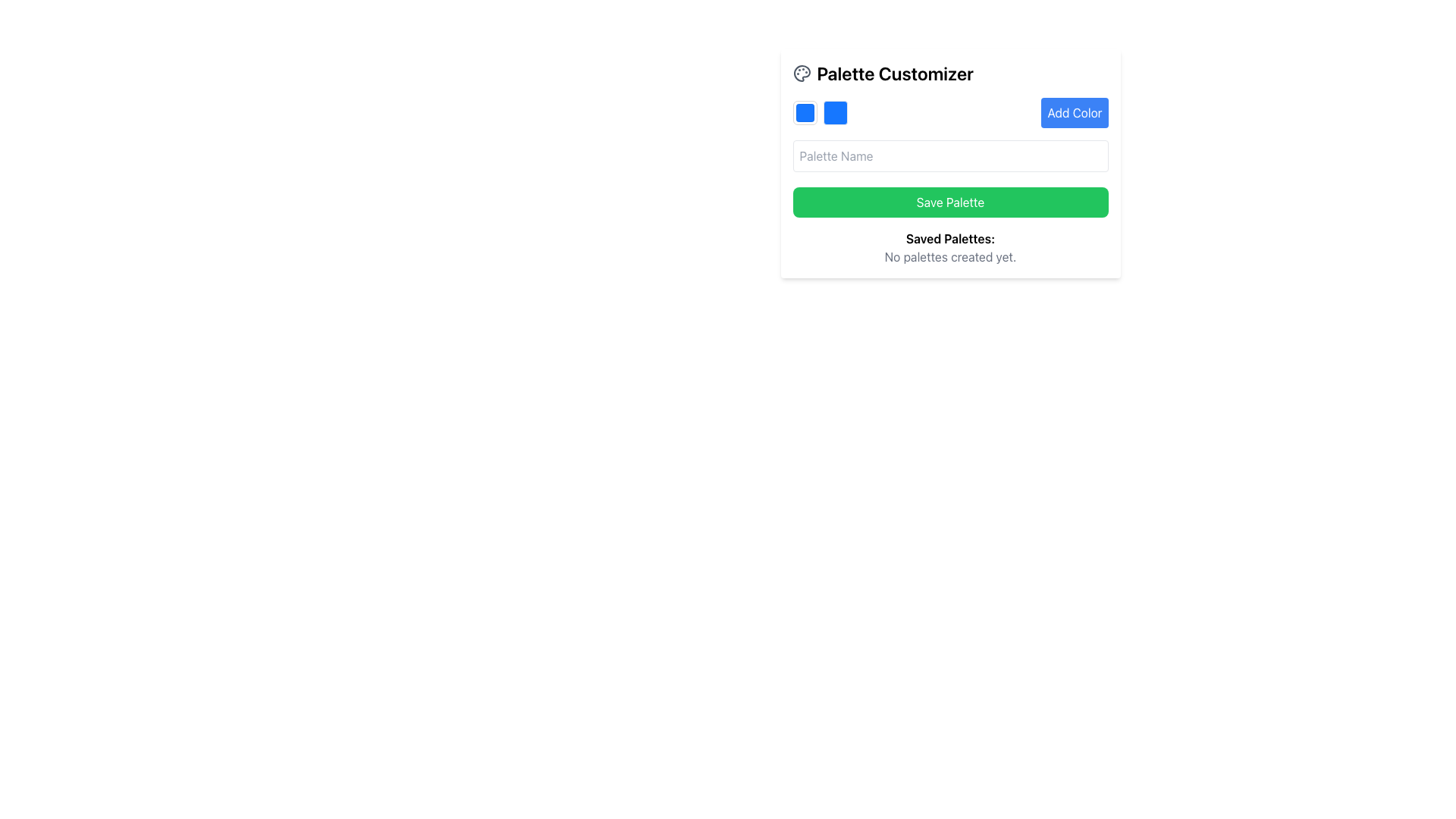 The width and height of the screenshot is (1456, 819). Describe the element at coordinates (804, 112) in the screenshot. I see `the Color Picker Button located in the header section of the 'Palette Customizer' widget` at that location.